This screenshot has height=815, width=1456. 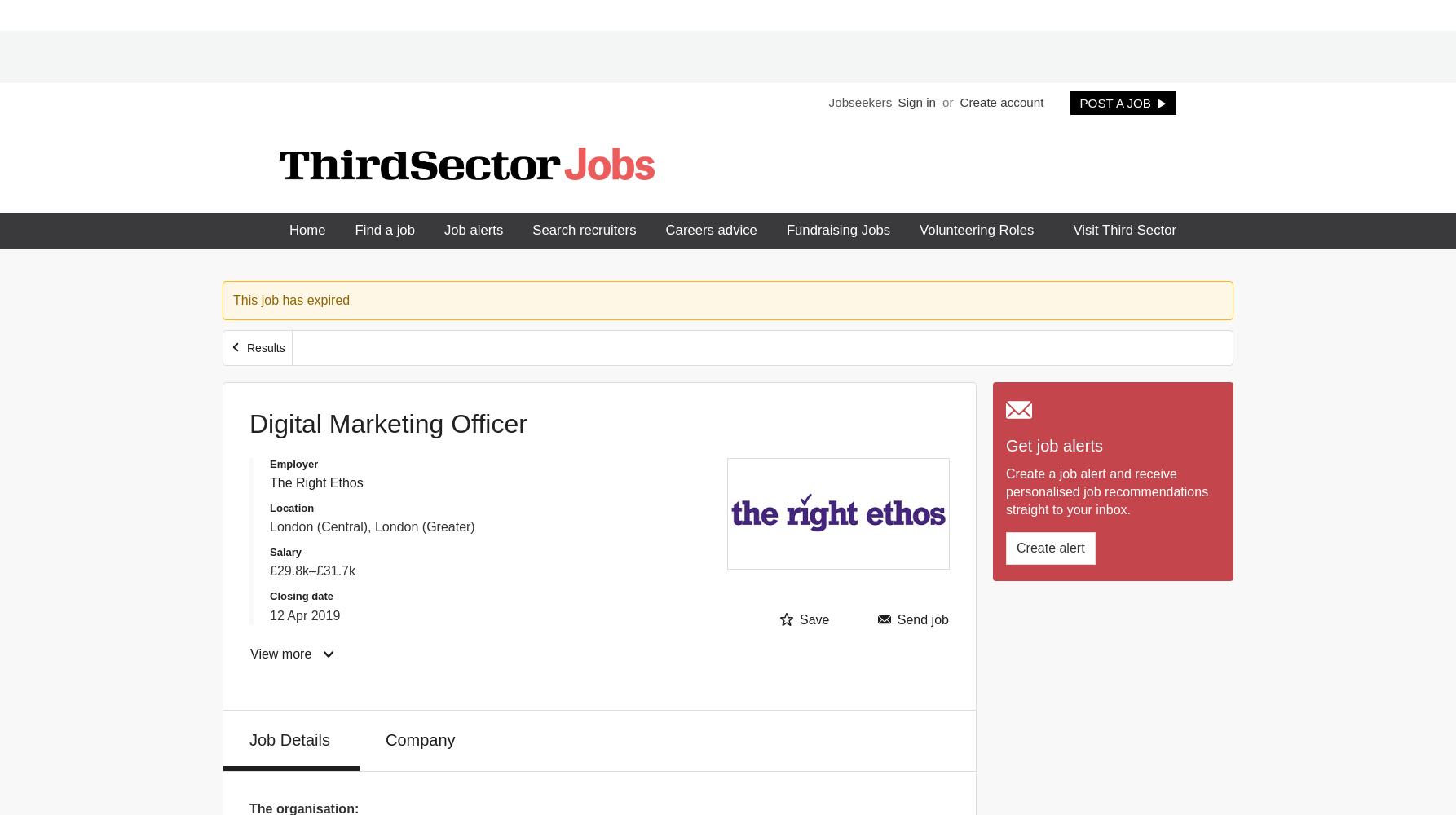 I want to click on 'Jobseekers', so click(x=858, y=100).